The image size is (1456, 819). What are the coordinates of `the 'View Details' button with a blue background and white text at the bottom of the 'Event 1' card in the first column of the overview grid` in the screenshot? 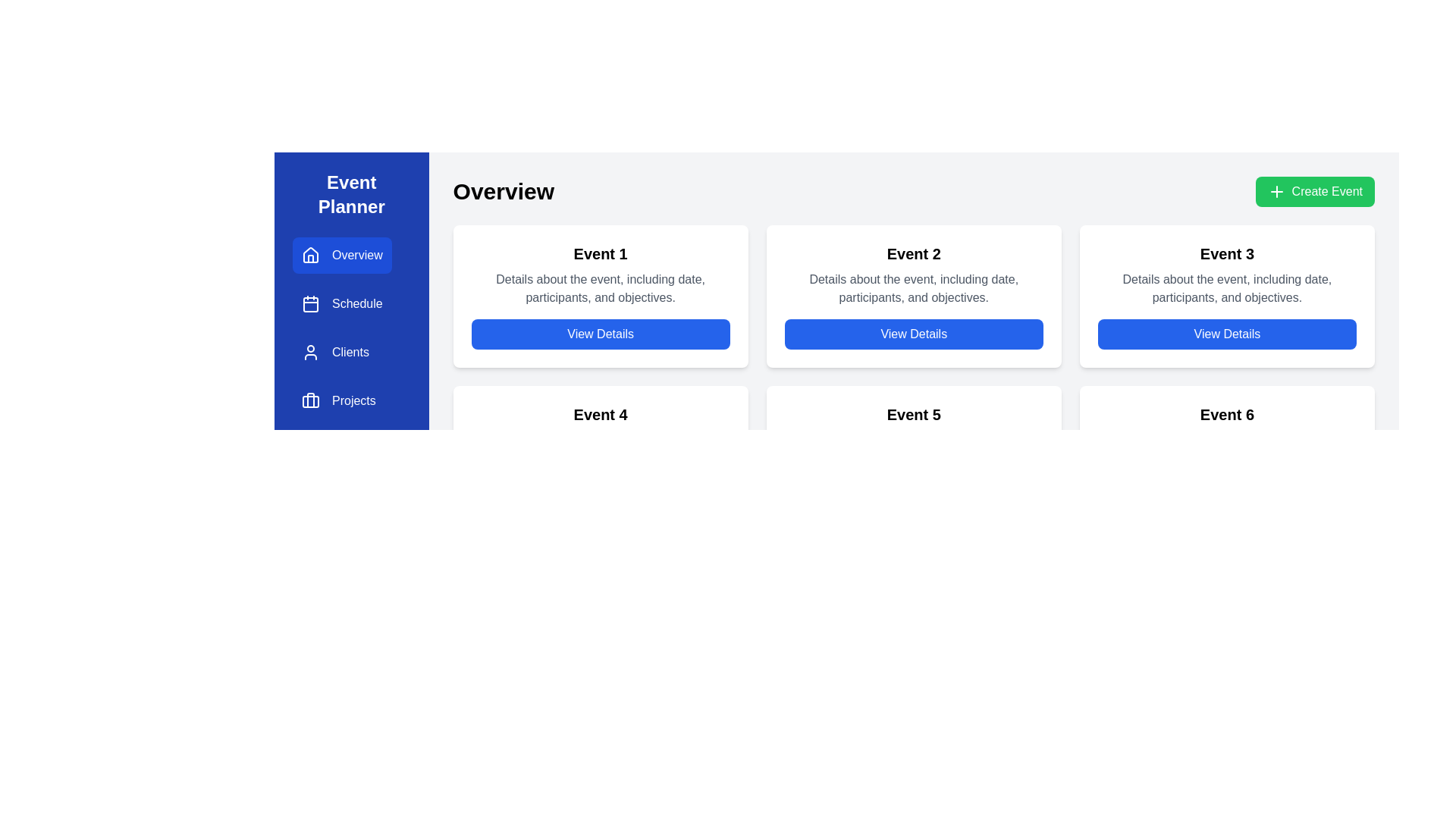 It's located at (600, 333).